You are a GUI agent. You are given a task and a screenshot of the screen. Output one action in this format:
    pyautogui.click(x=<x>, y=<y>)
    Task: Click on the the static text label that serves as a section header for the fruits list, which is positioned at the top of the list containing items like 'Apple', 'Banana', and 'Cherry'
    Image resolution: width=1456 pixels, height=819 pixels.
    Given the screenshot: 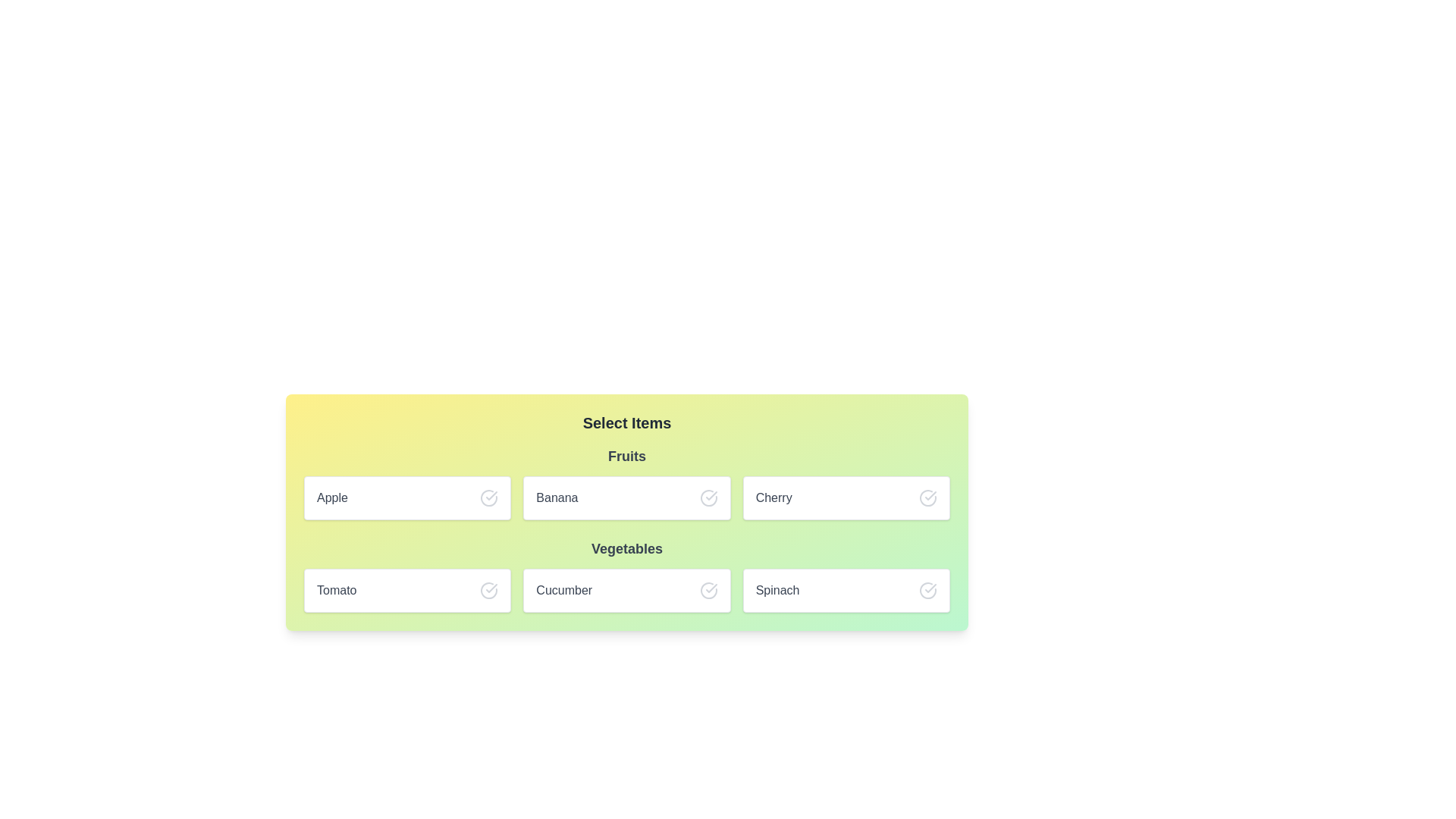 What is the action you would take?
    pyautogui.click(x=626, y=455)
    